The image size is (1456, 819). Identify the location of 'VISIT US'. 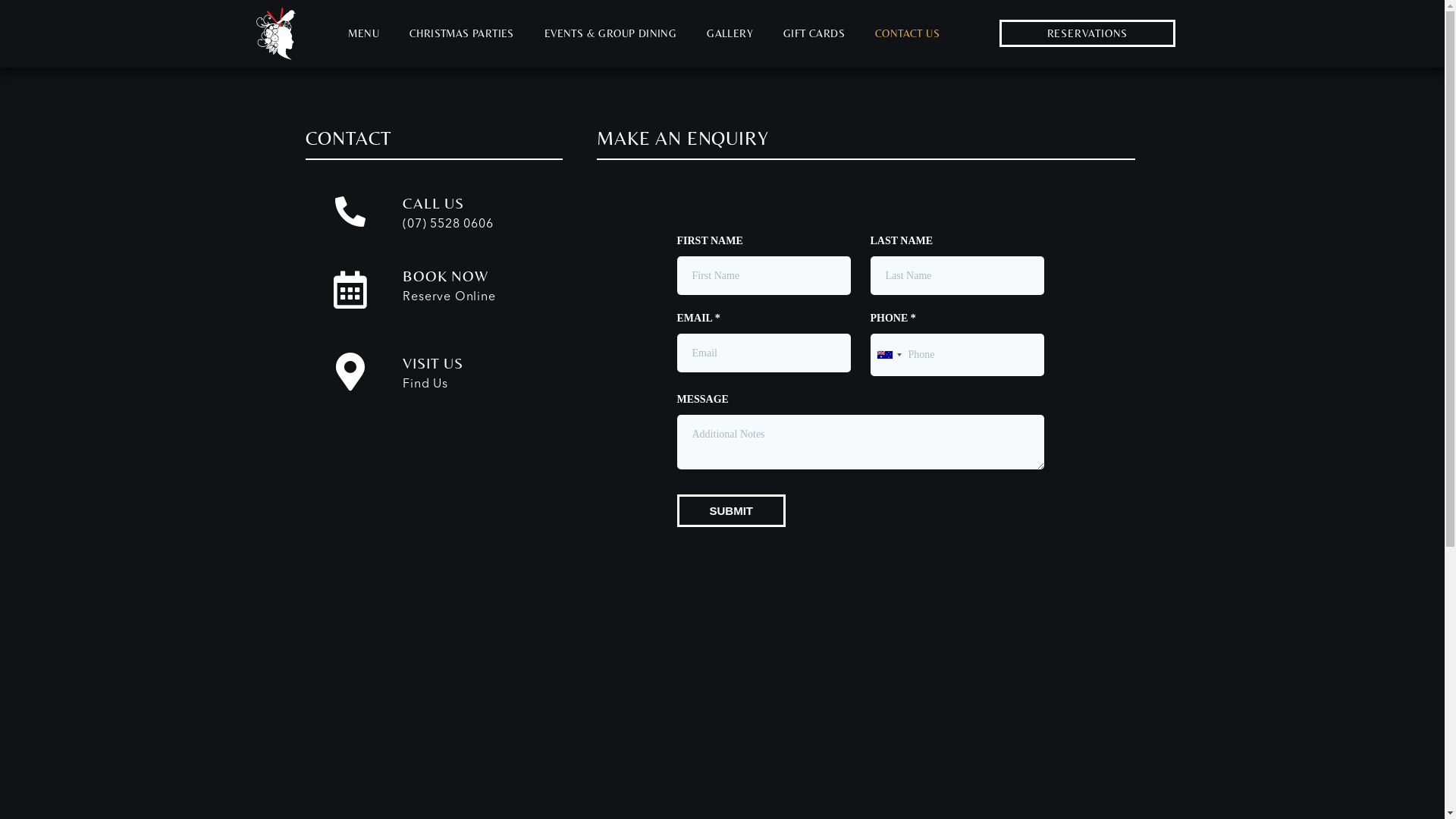
(431, 362).